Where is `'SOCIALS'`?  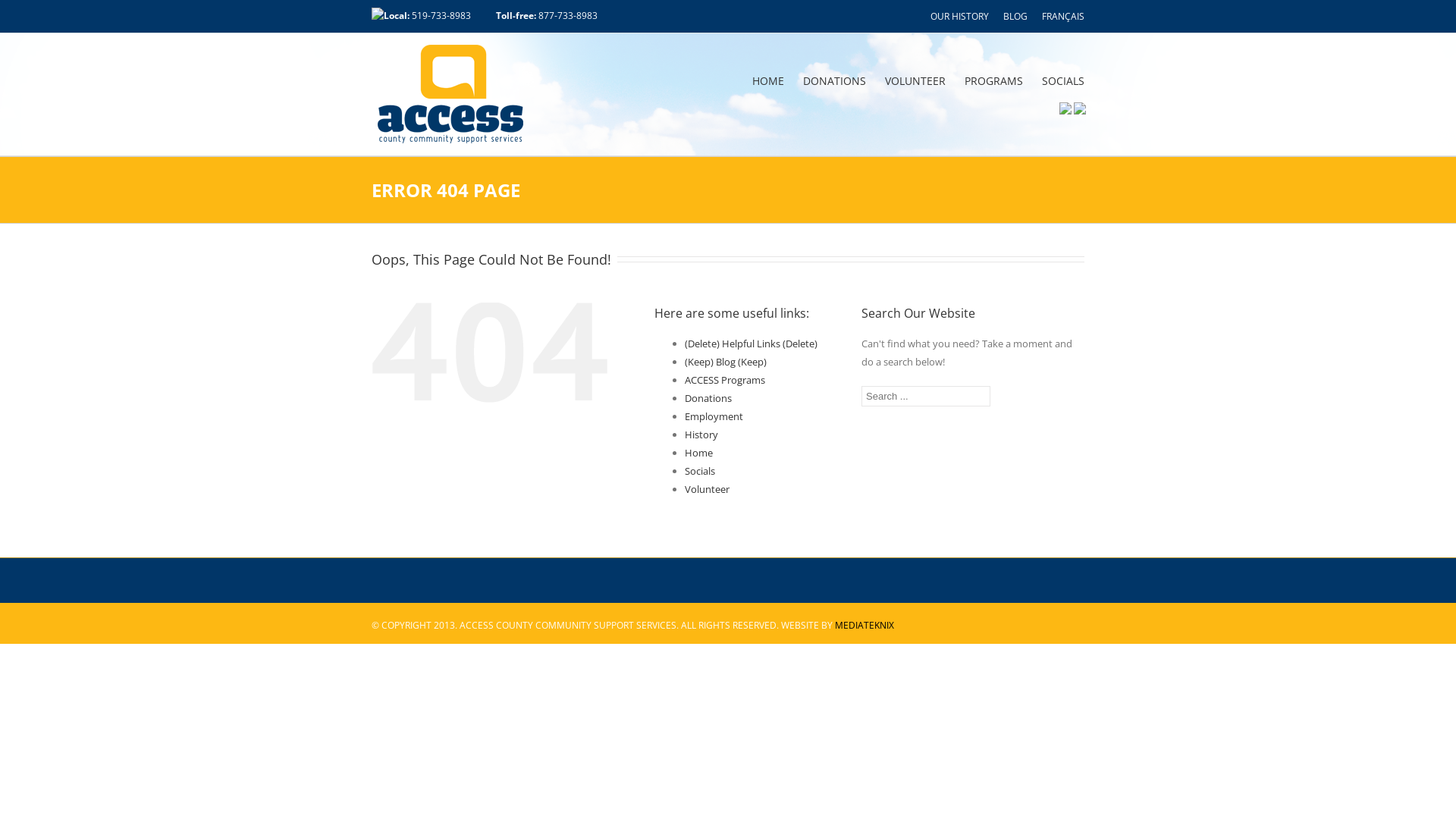
'SOCIALS' is located at coordinates (1040, 80).